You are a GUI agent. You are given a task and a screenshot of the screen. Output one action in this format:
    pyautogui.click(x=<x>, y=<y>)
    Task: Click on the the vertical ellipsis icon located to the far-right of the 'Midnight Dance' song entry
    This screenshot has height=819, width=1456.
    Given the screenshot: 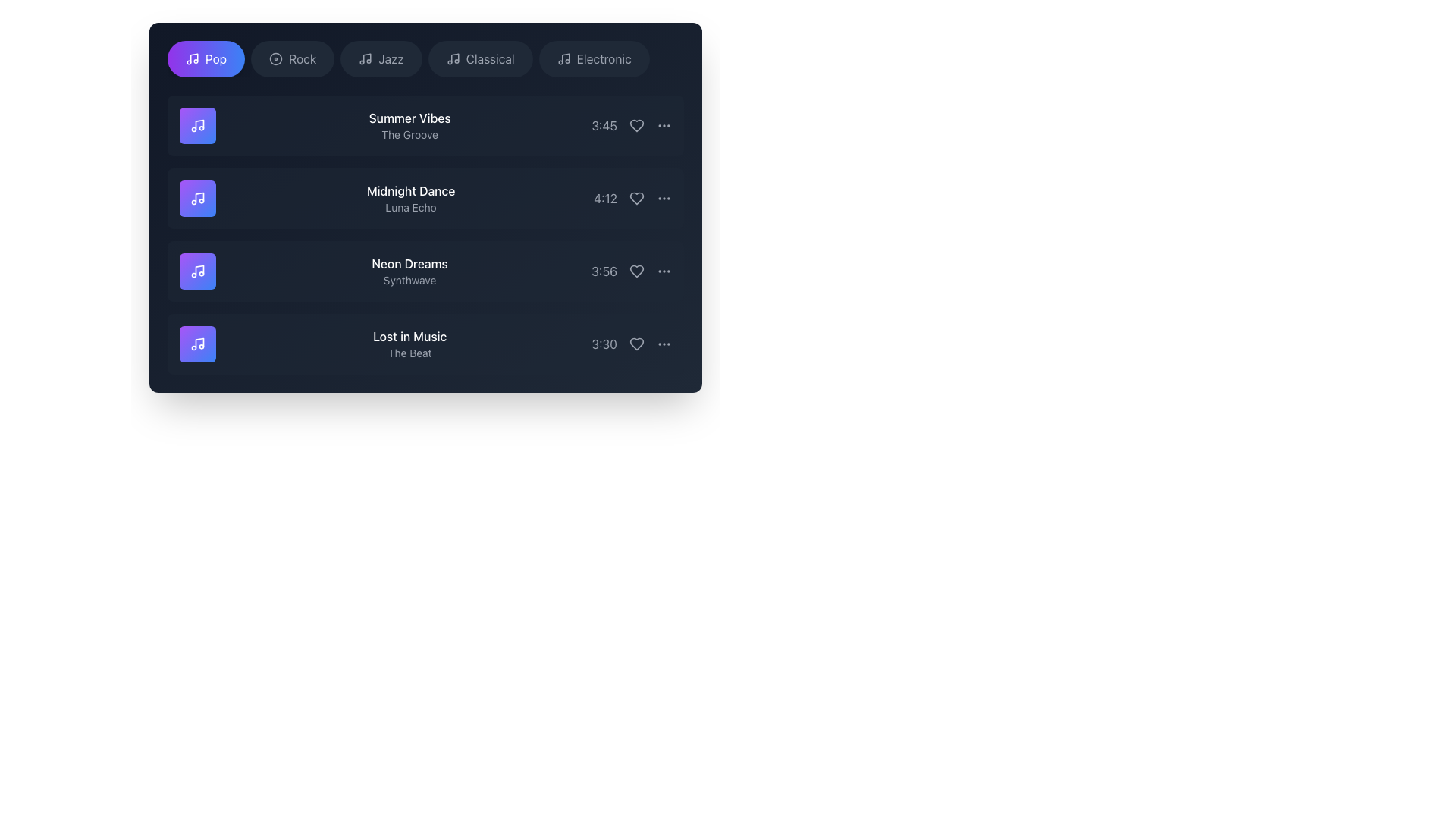 What is the action you would take?
    pyautogui.click(x=664, y=198)
    